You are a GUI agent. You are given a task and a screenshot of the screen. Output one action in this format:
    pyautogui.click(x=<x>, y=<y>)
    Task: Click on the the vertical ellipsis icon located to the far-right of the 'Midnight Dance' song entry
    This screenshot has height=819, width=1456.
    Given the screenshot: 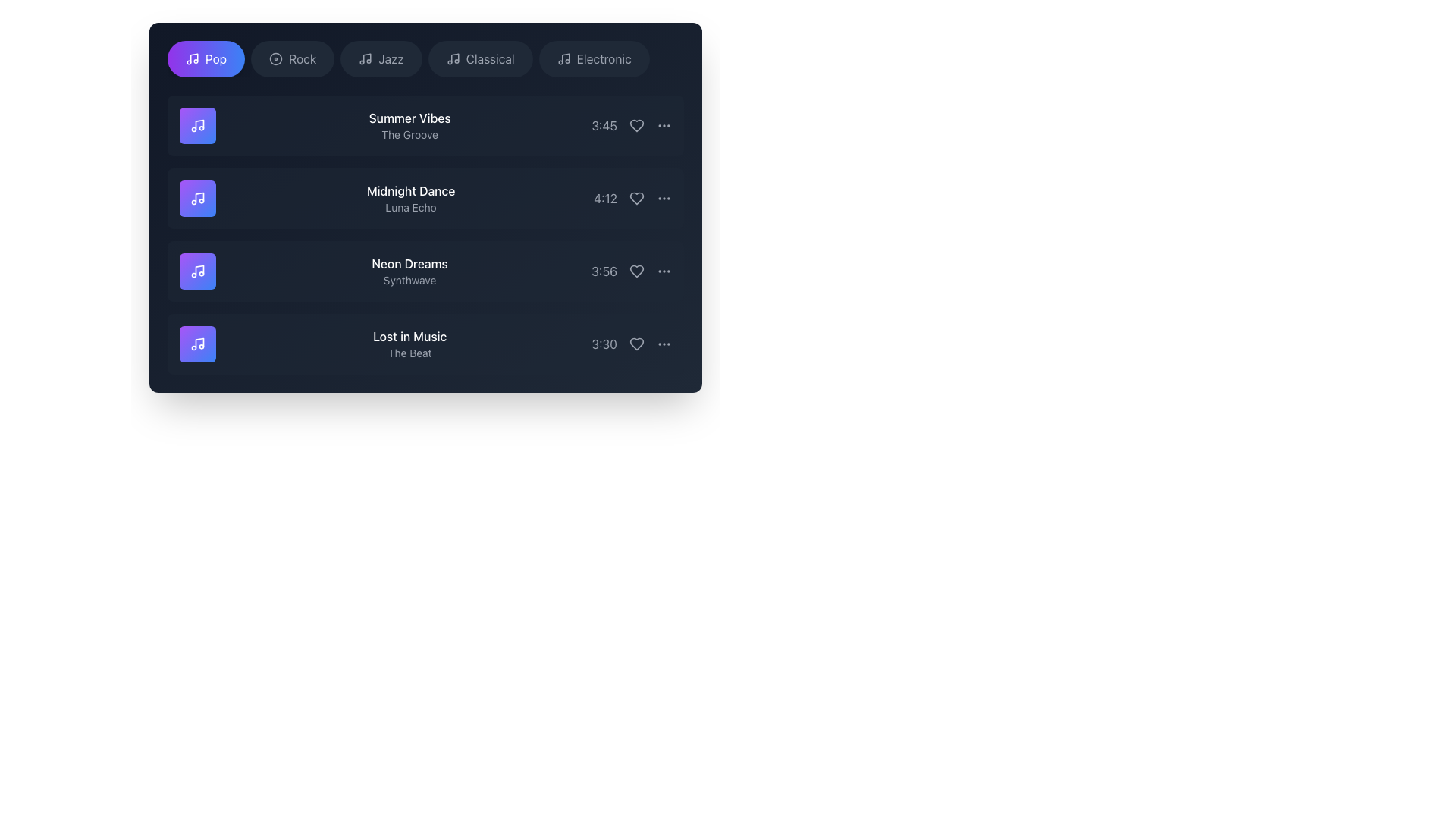 What is the action you would take?
    pyautogui.click(x=664, y=198)
    